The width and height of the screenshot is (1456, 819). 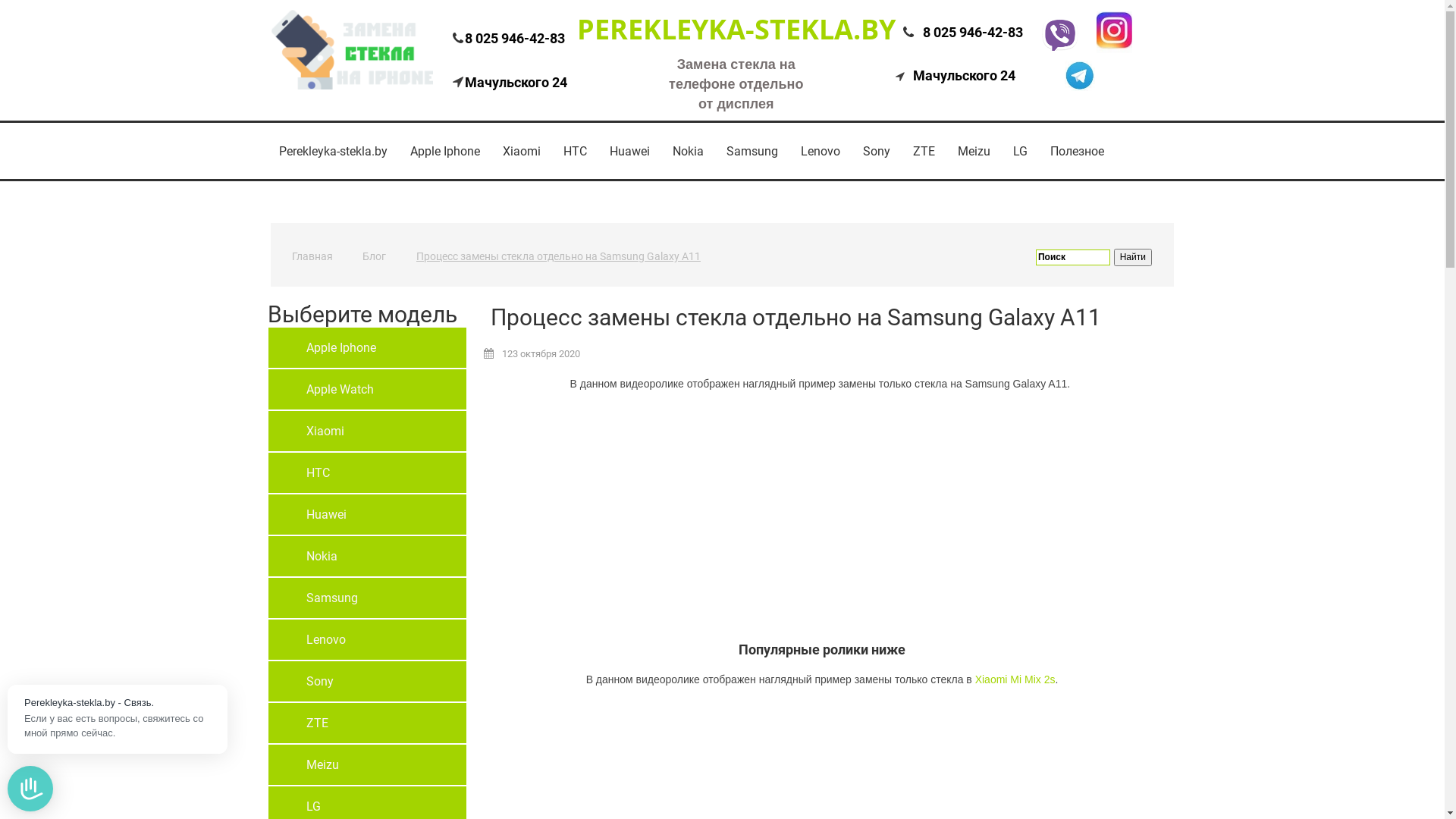 What do you see at coordinates (444, 152) in the screenshot?
I see `'Apple Iphone'` at bounding box center [444, 152].